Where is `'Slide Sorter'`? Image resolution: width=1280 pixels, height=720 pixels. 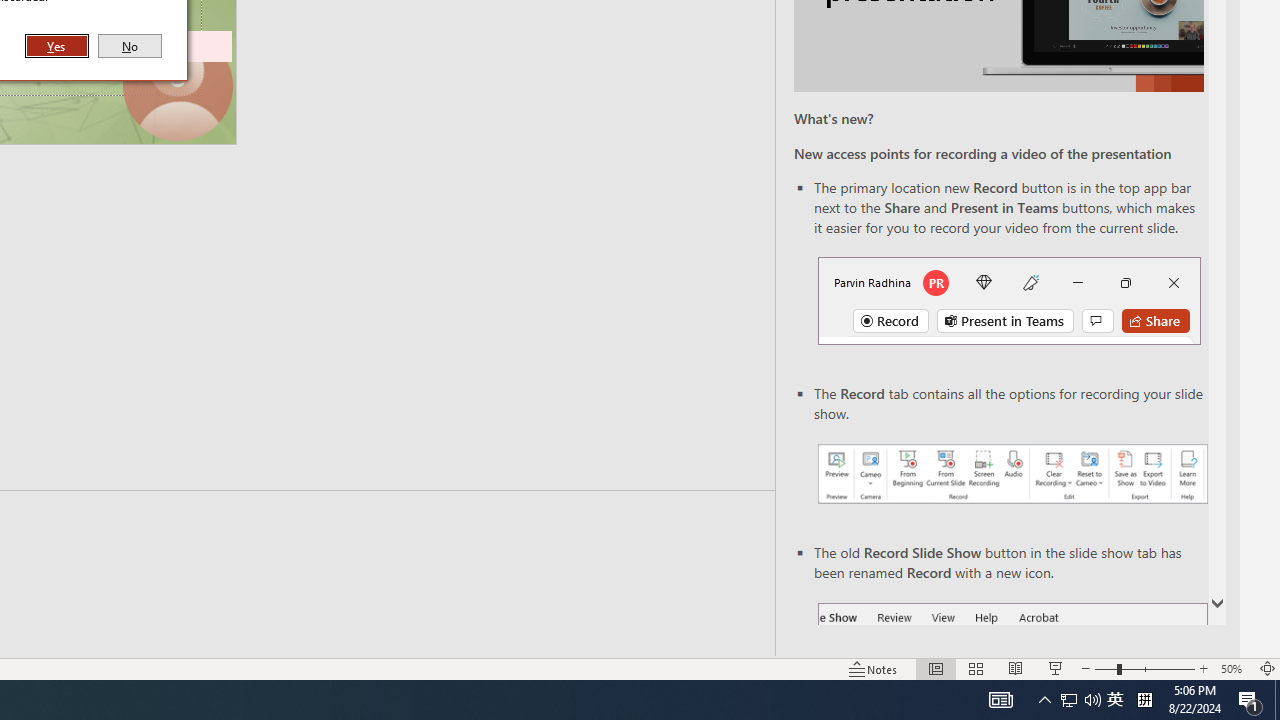 'Slide Sorter' is located at coordinates (976, 669).